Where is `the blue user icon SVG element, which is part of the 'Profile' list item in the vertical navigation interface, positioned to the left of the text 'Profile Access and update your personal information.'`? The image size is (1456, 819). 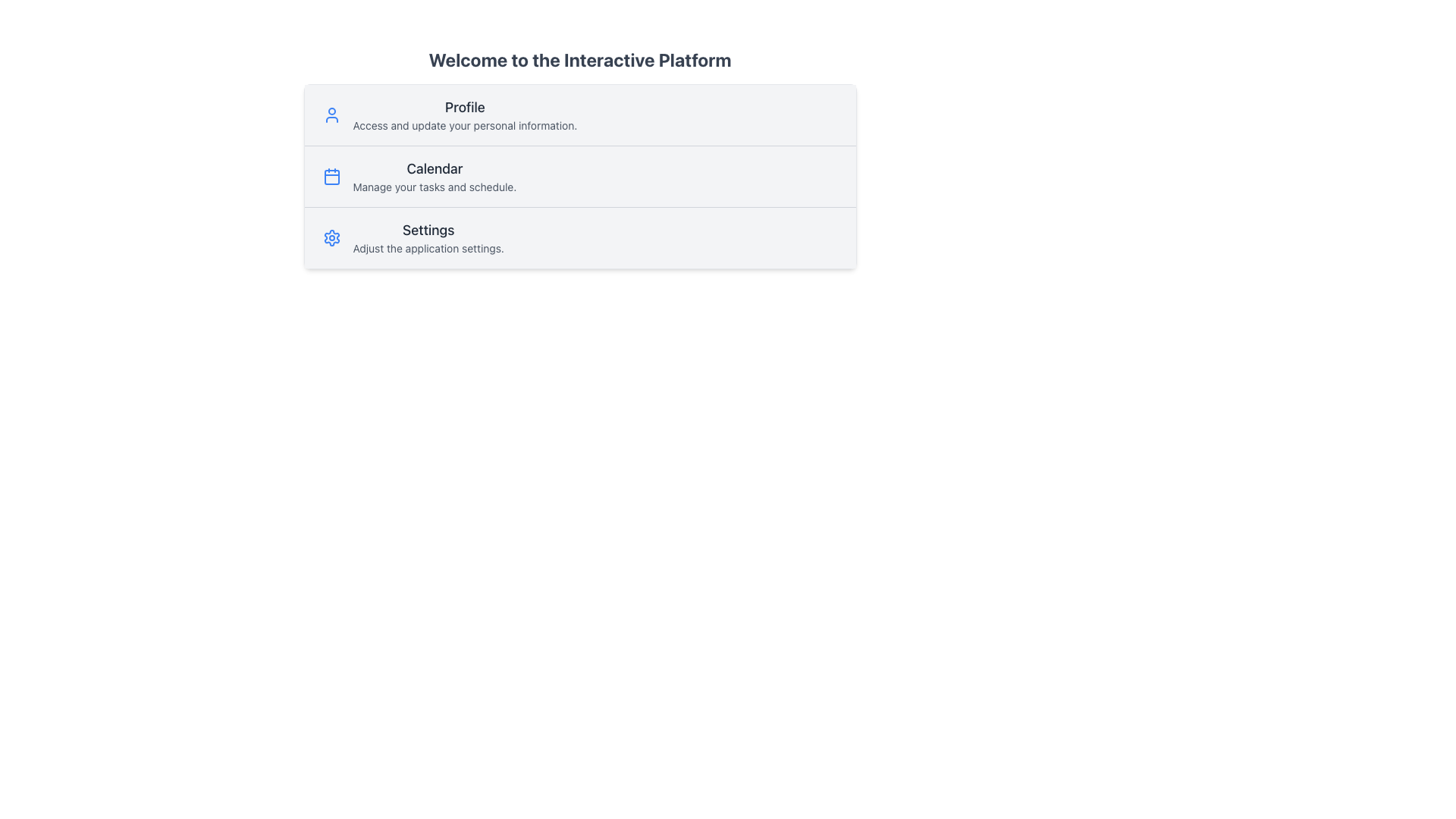 the blue user icon SVG element, which is part of the 'Profile' list item in the vertical navigation interface, positioned to the left of the text 'Profile Access and update your personal information.' is located at coordinates (331, 114).